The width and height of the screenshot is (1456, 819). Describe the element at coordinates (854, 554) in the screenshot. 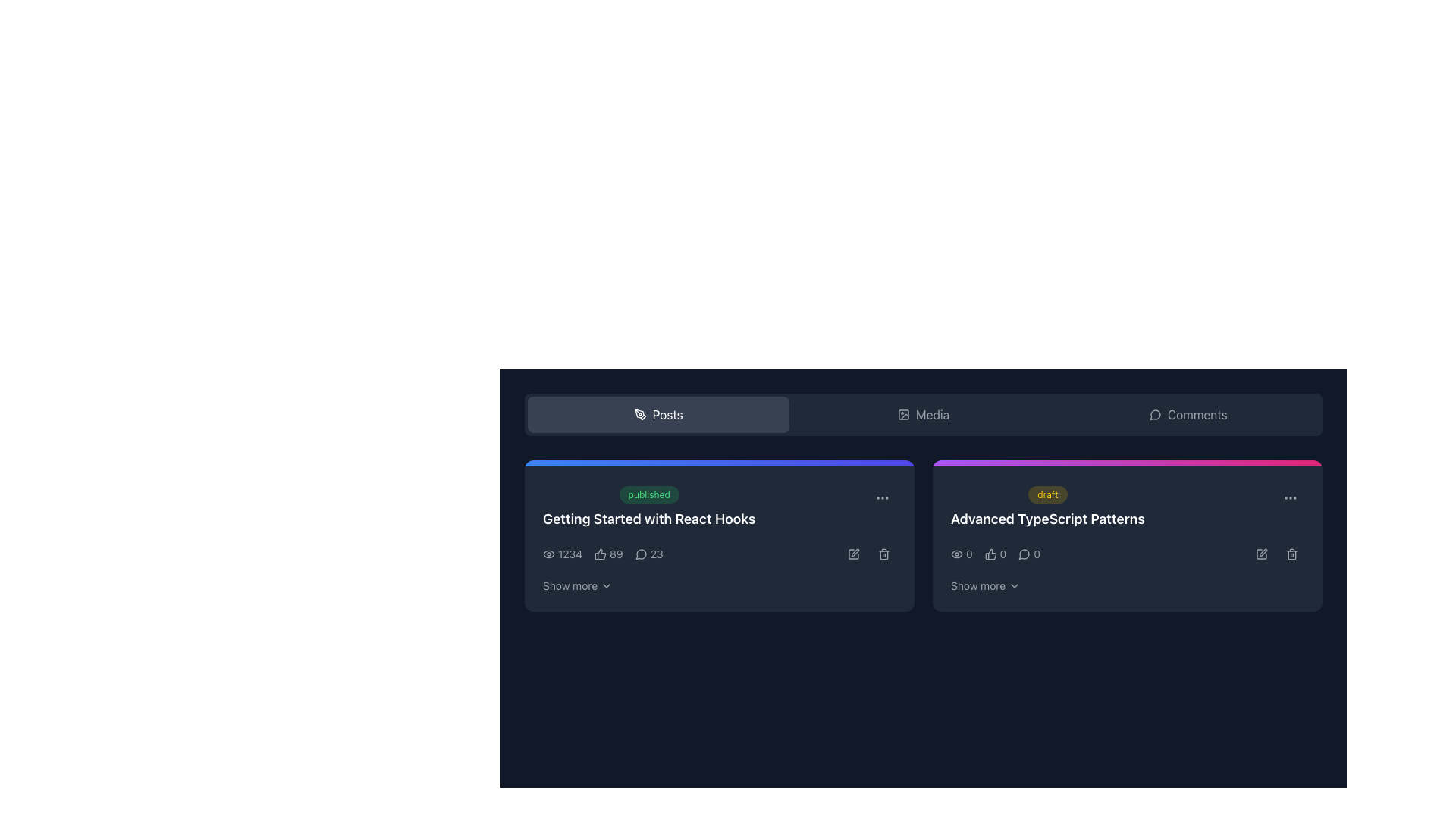

I see `the edit button with an icon located in the bottom-right corner of the first post card` at that location.